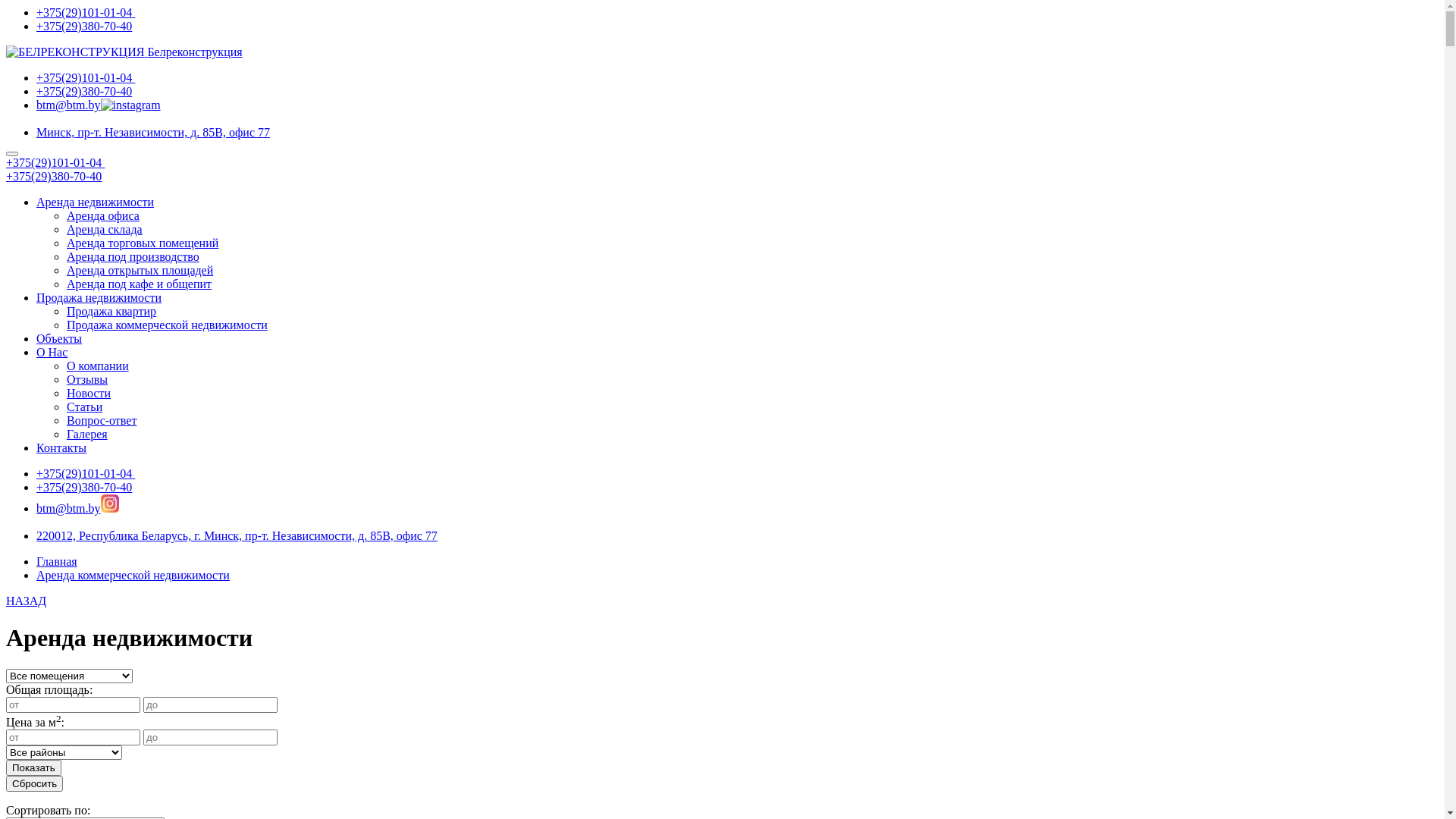  I want to click on 'btm@btm.by', so click(67, 104).